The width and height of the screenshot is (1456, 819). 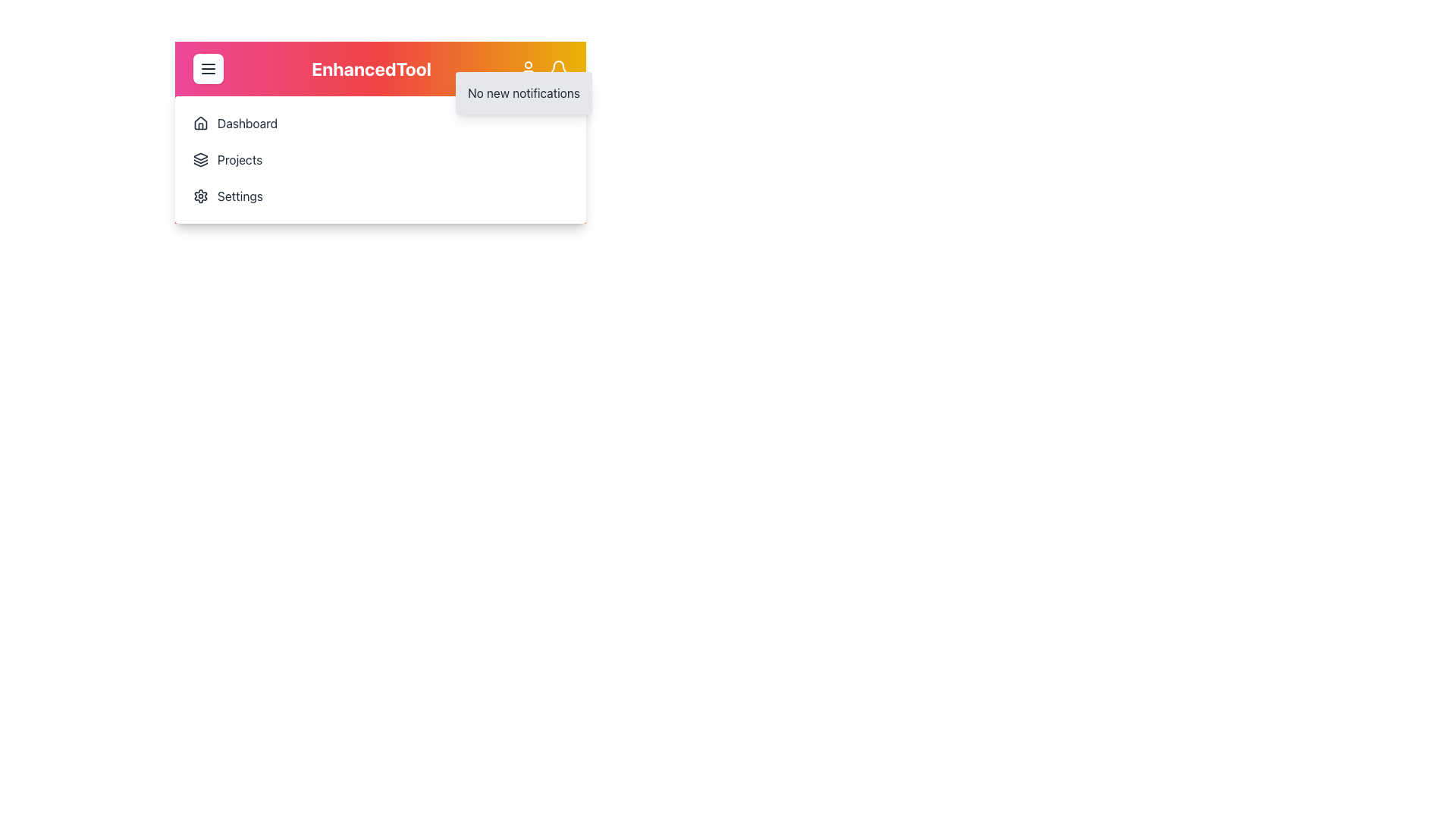 I want to click on the bell-shaped notification icon located on the rightmost section of the top navigation bar, so click(x=558, y=69).